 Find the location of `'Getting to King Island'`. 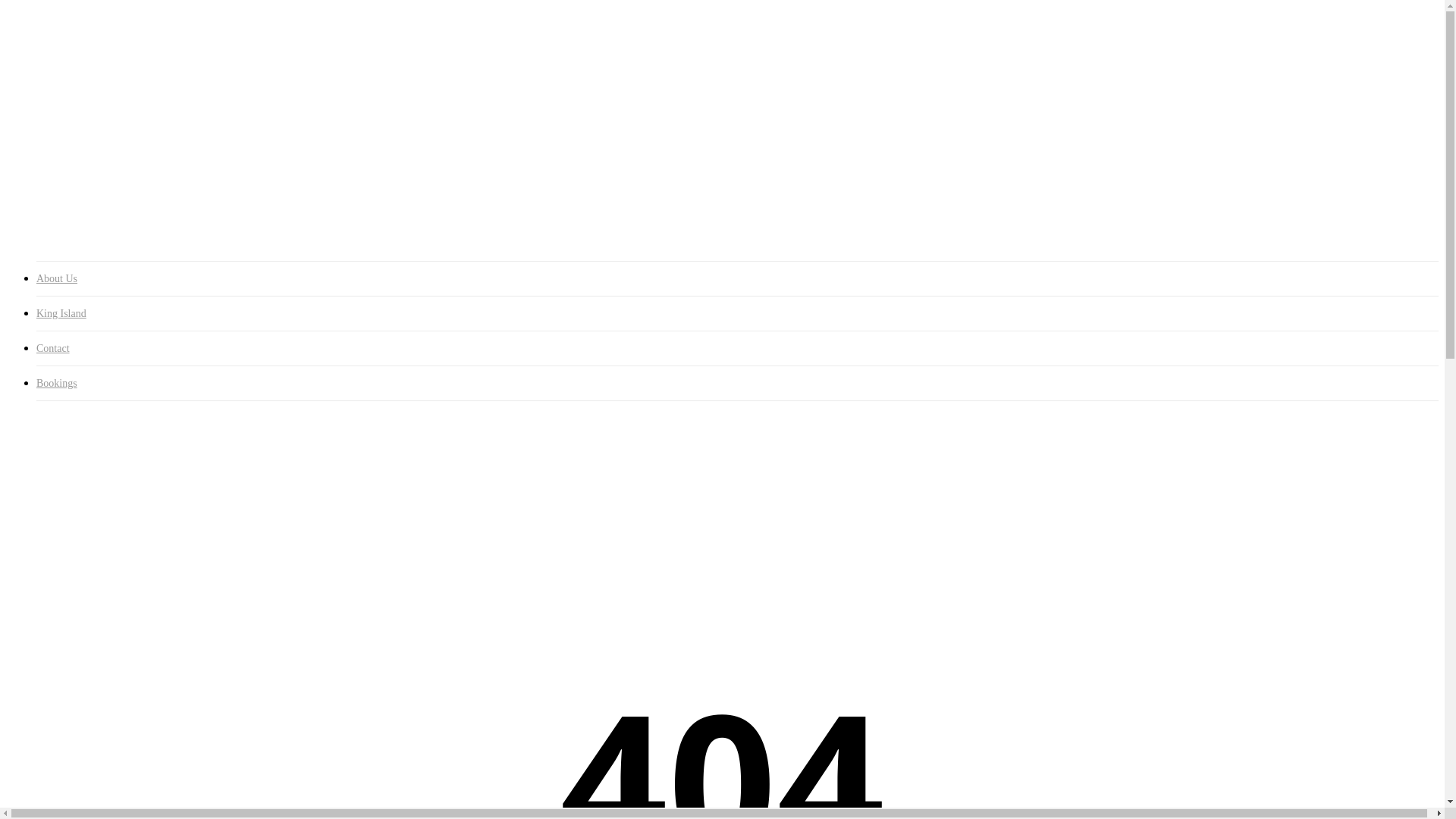

'Getting to King Island' is located at coordinates (120, 174).